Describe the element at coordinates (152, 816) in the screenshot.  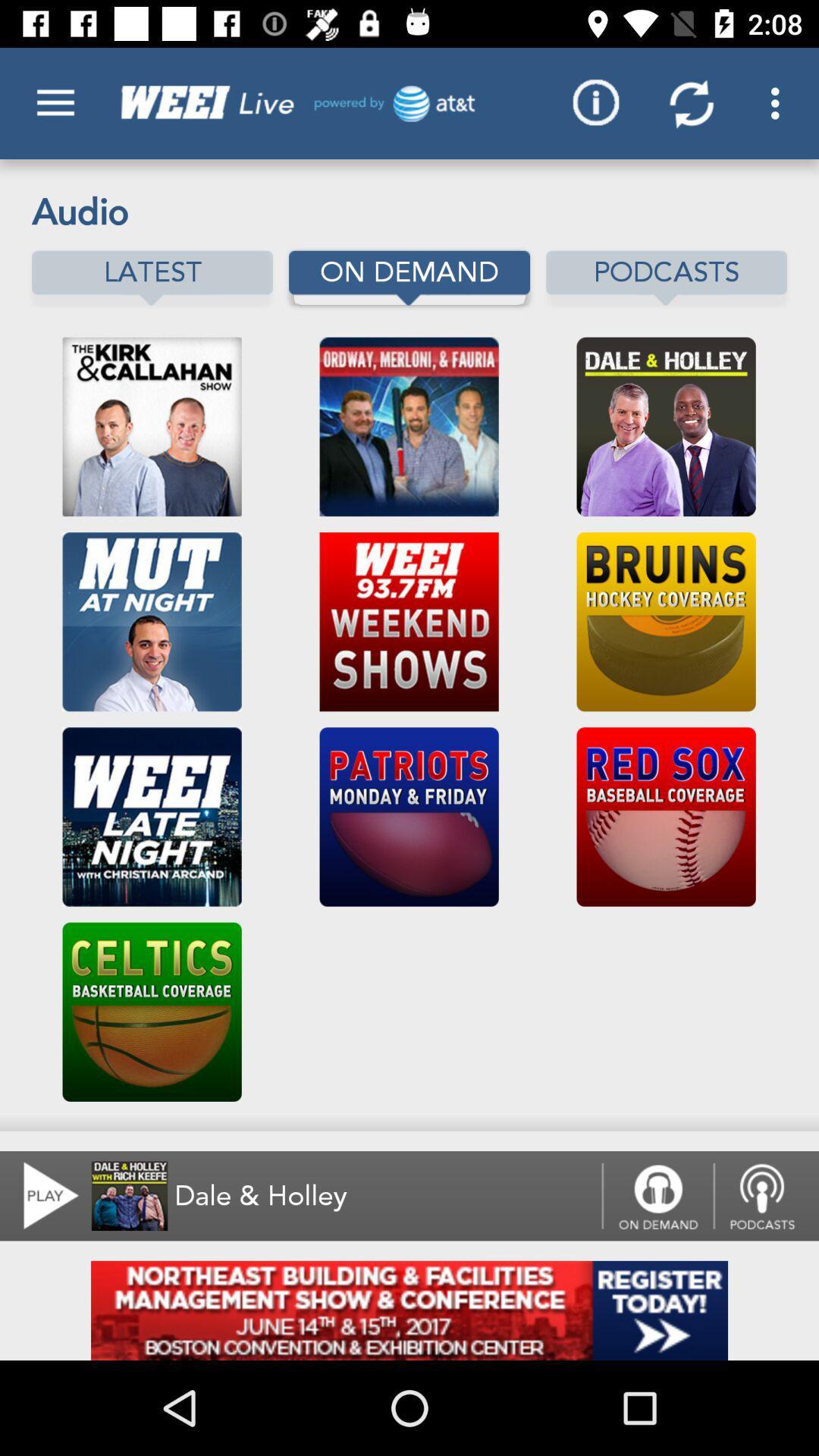
I see `the first image in the third row` at that location.